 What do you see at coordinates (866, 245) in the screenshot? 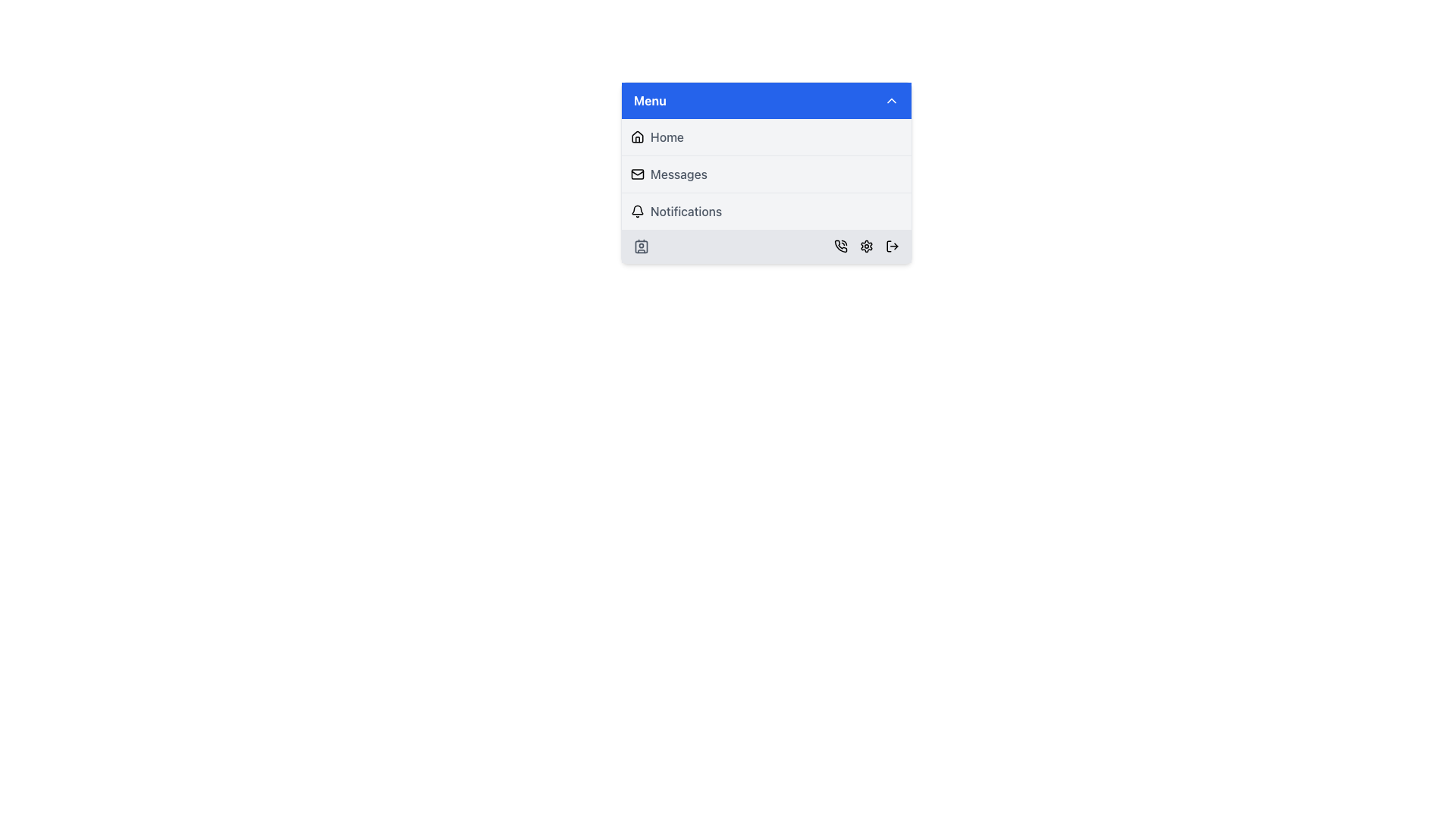
I see `the gear-shaped icon button, which represents settings, located` at bounding box center [866, 245].